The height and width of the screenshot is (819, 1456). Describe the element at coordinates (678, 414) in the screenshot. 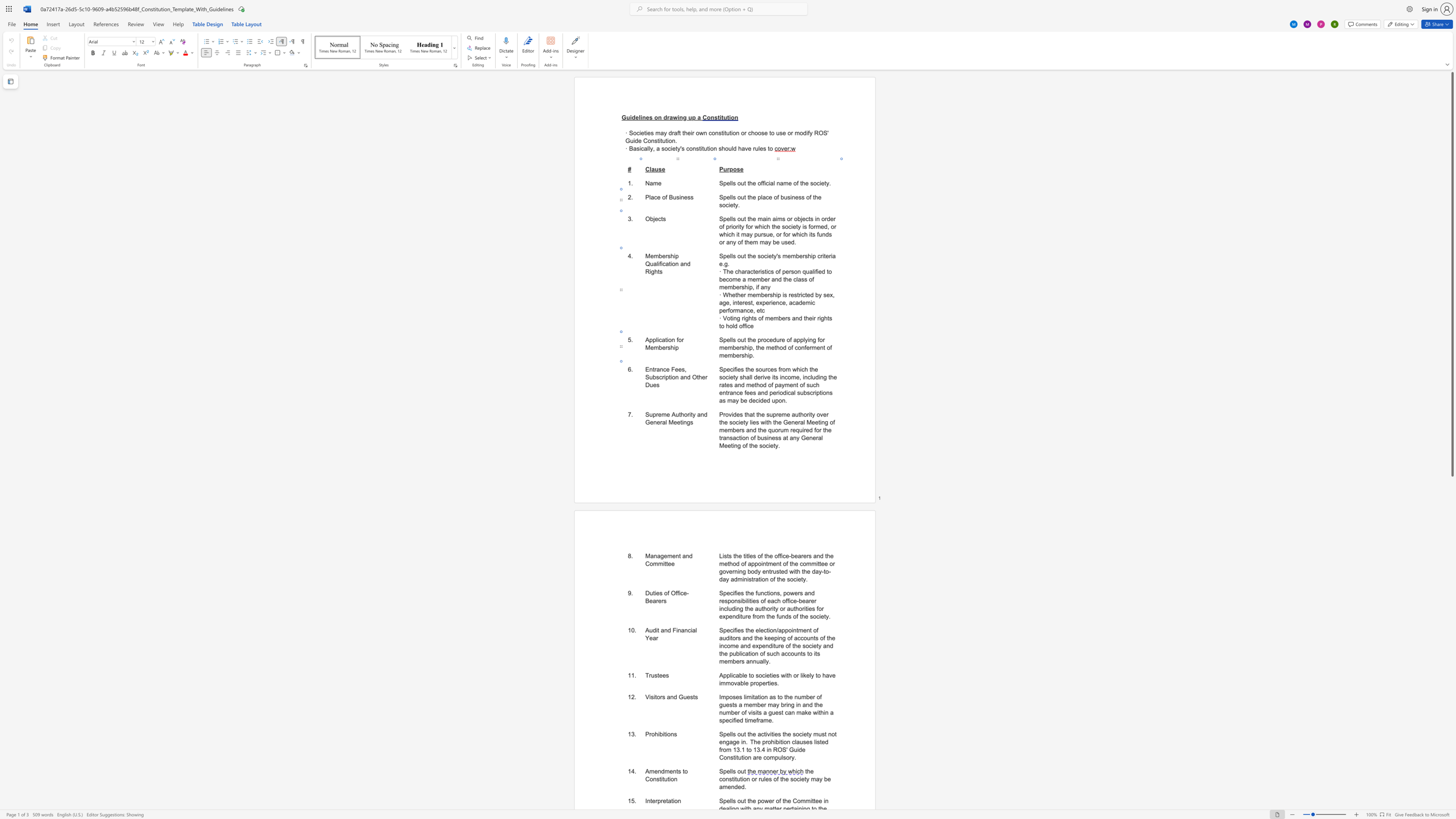

I see `the space between the continuous character "u" and "t" in the text` at that location.